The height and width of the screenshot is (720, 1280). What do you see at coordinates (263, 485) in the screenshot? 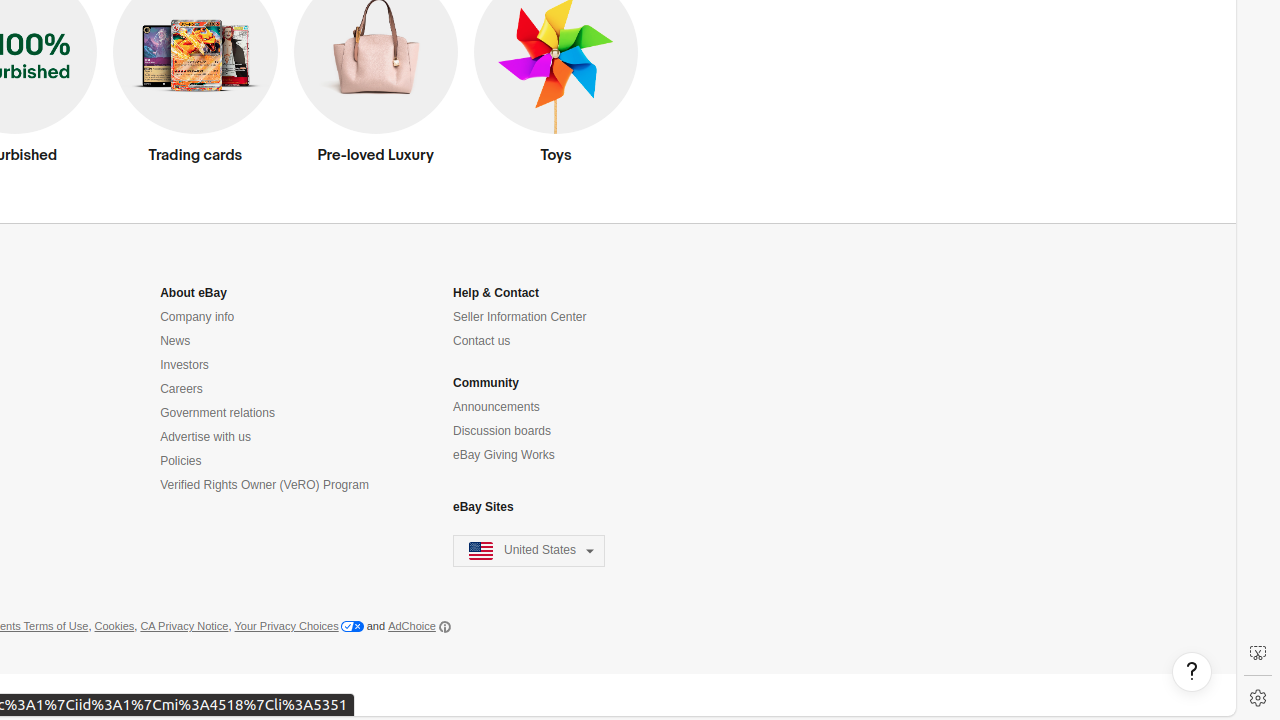
I see `'Verified Rights Owner (VeRO) Program'` at bounding box center [263, 485].